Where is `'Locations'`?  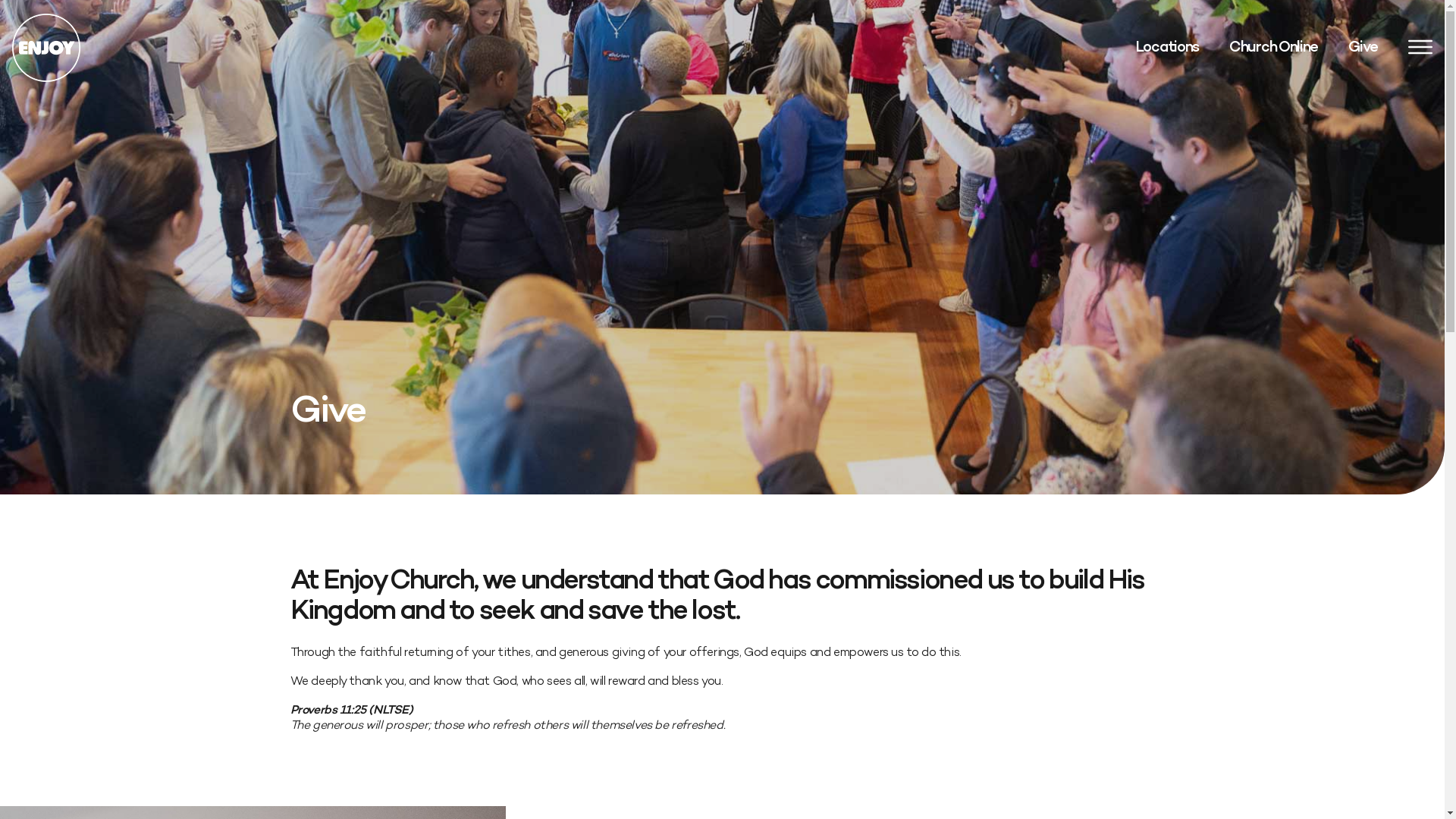
'Locations' is located at coordinates (1135, 46).